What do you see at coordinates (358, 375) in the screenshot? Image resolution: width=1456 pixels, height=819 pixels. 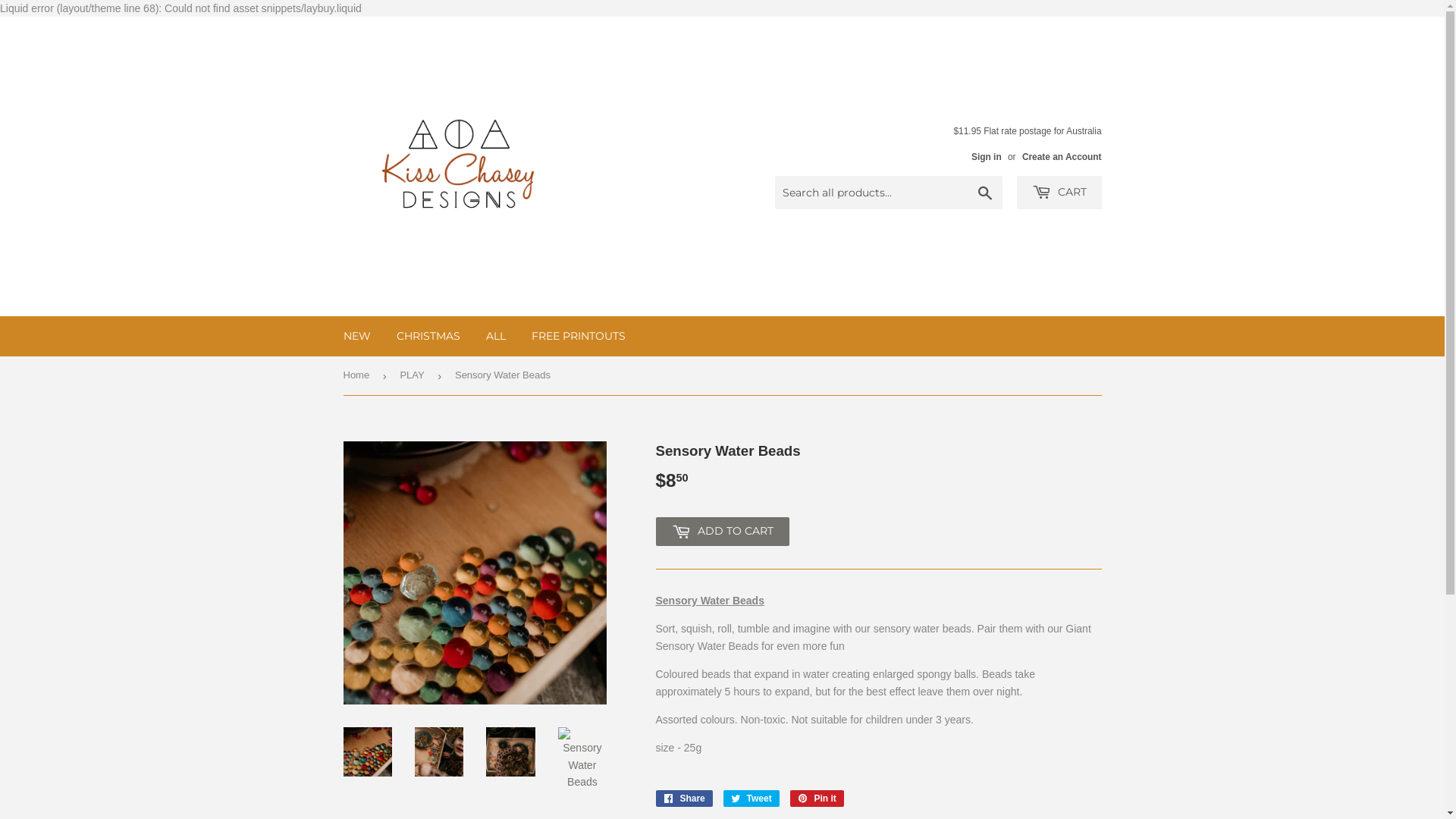 I see `'Home'` at bounding box center [358, 375].